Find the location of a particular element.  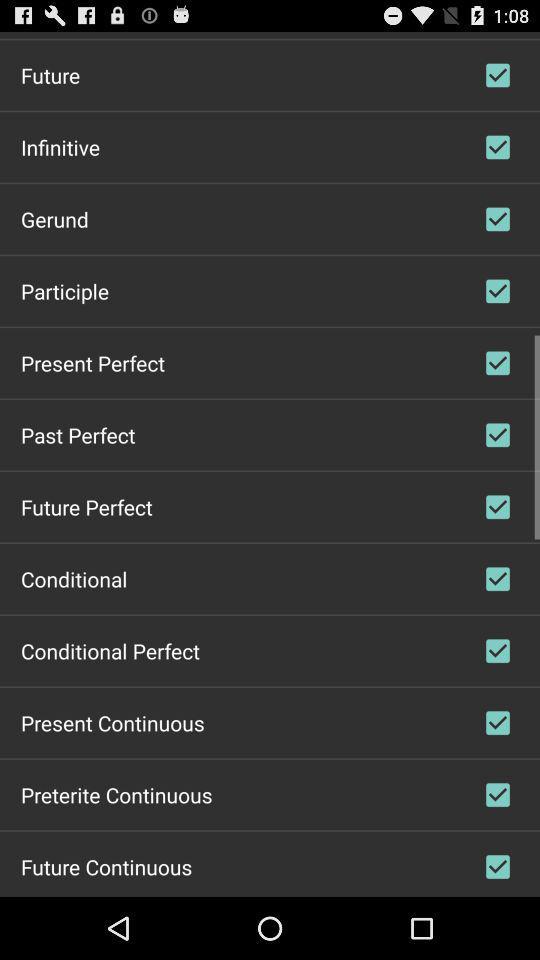

the app above the future continuous app is located at coordinates (116, 794).